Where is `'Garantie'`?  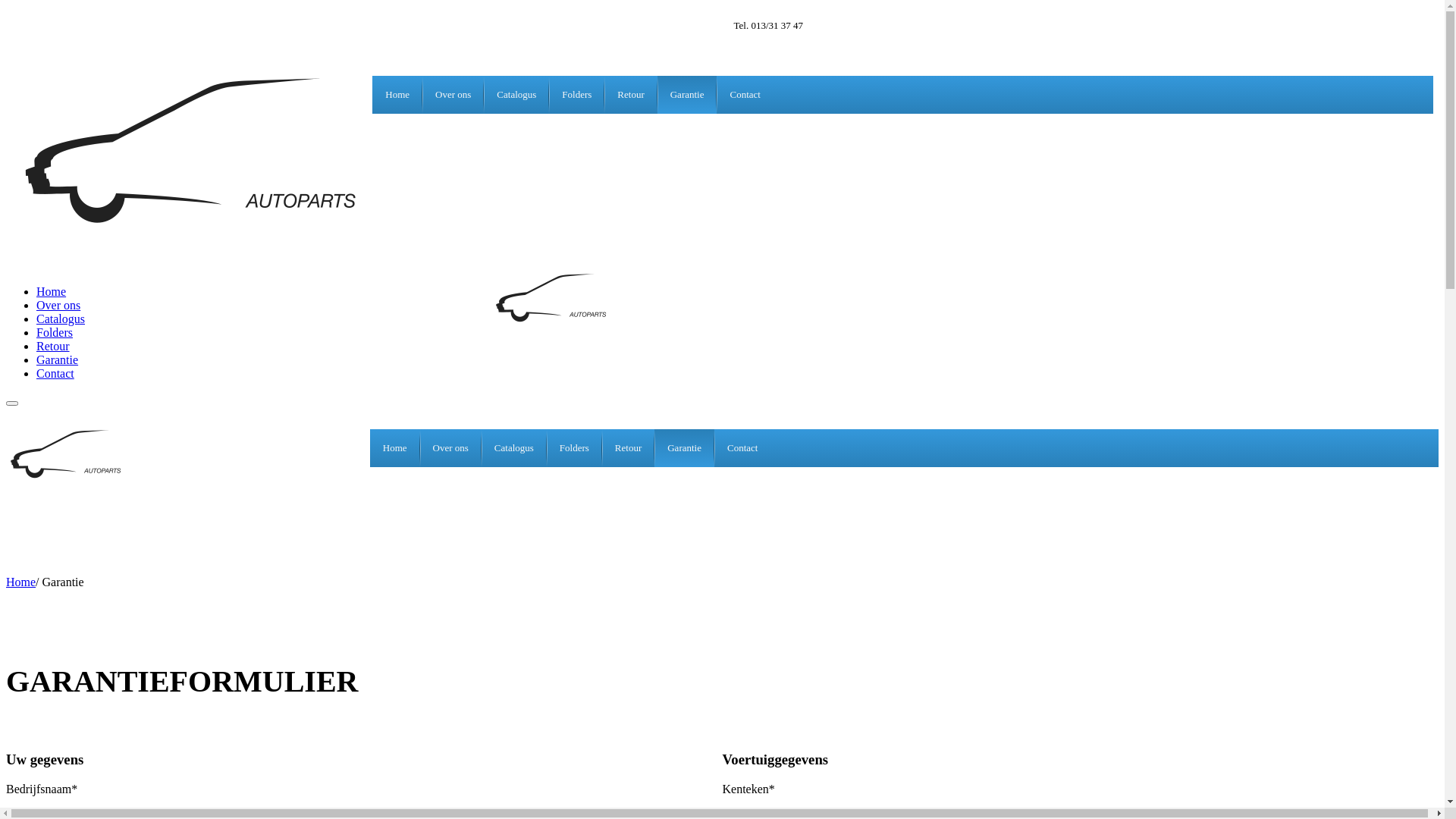
'Garantie' is located at coordinates (57, 359).